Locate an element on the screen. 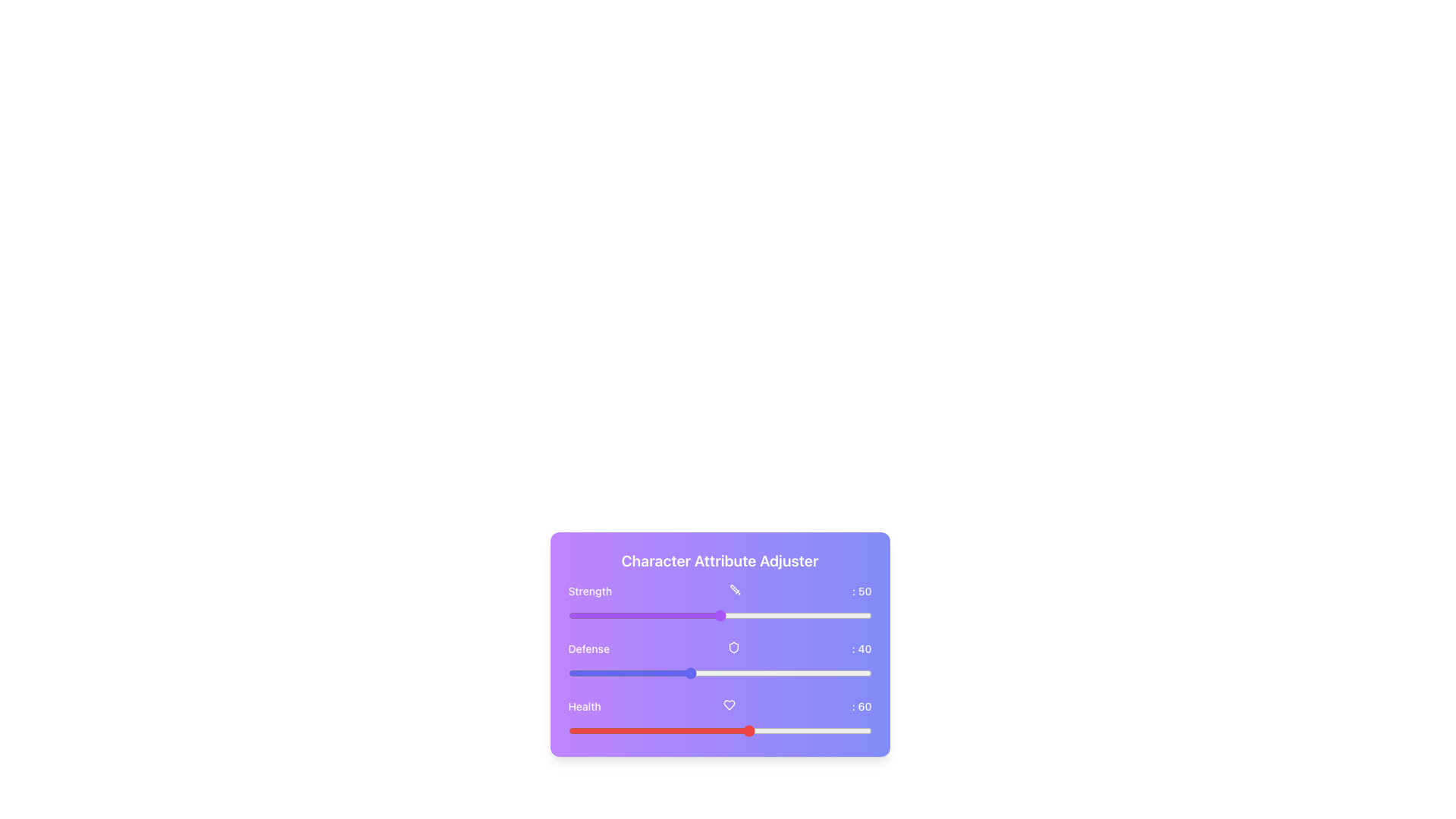 This screenshot has width=1456, height=819. the Strength attribute is located at coordinates (765, 616).